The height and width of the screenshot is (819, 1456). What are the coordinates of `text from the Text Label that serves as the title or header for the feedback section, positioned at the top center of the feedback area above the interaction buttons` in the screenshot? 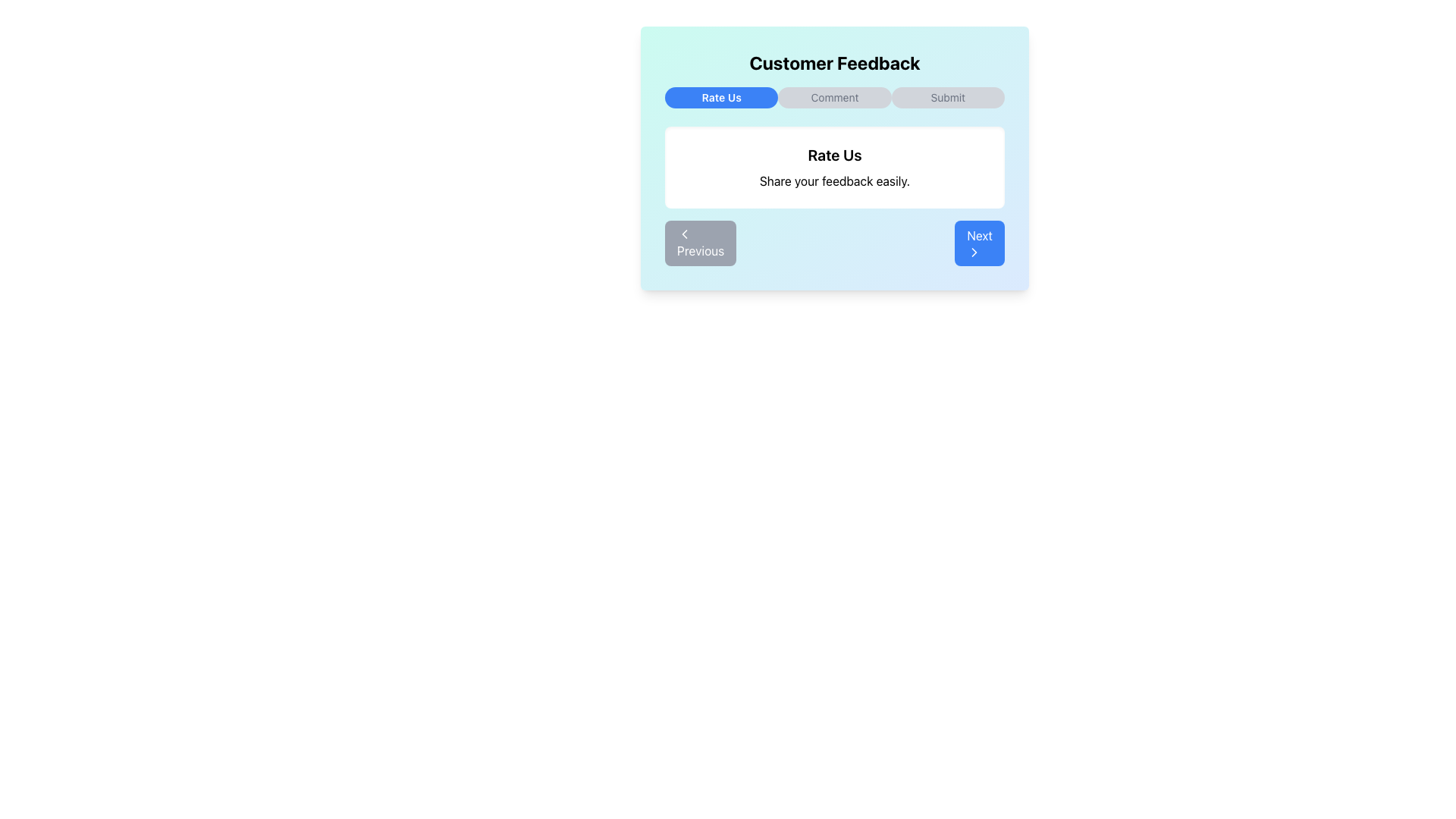 It's located at (833, 62).